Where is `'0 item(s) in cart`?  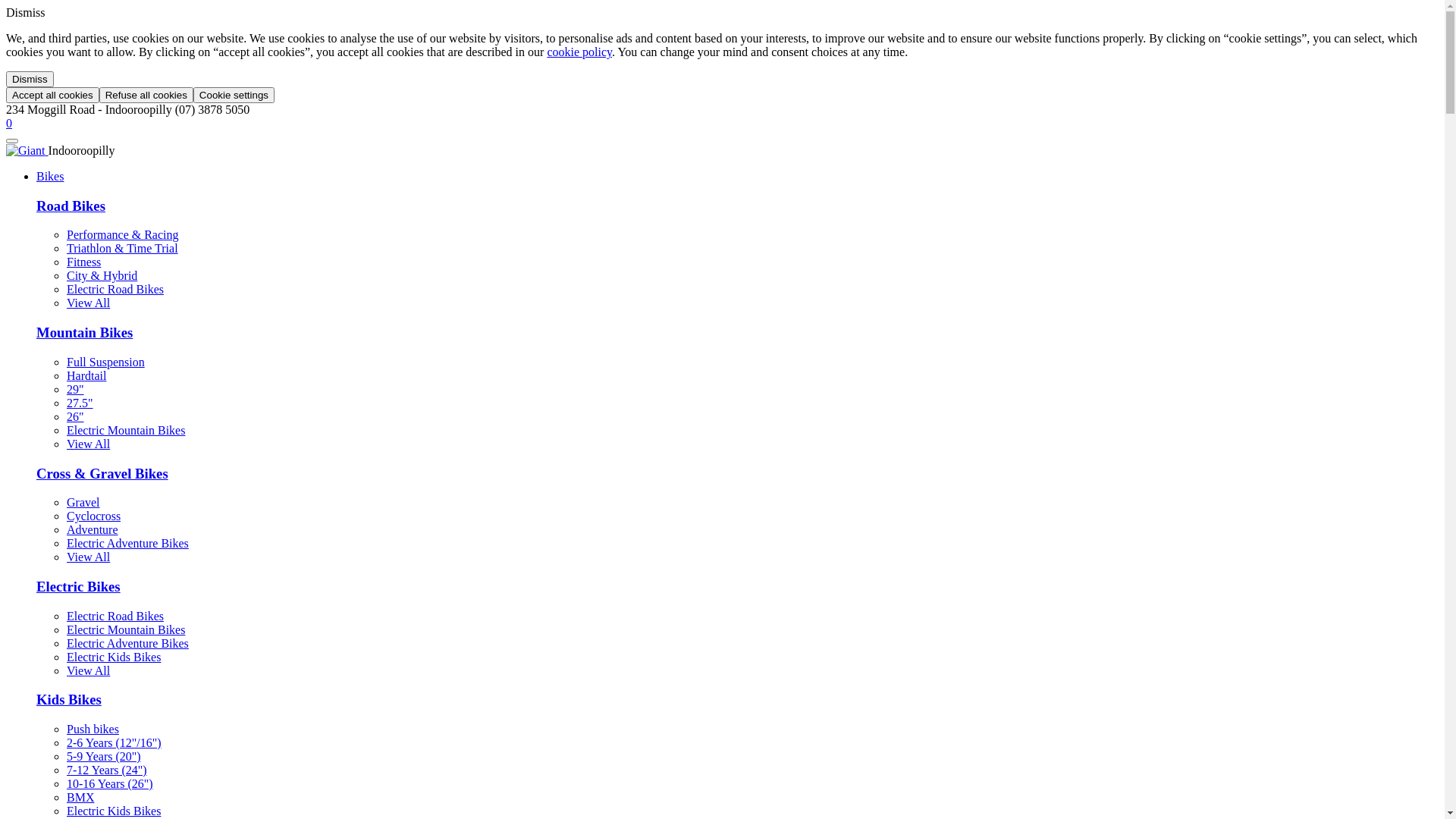 '0 item(s) in cart is located at coordinates (6, 122).